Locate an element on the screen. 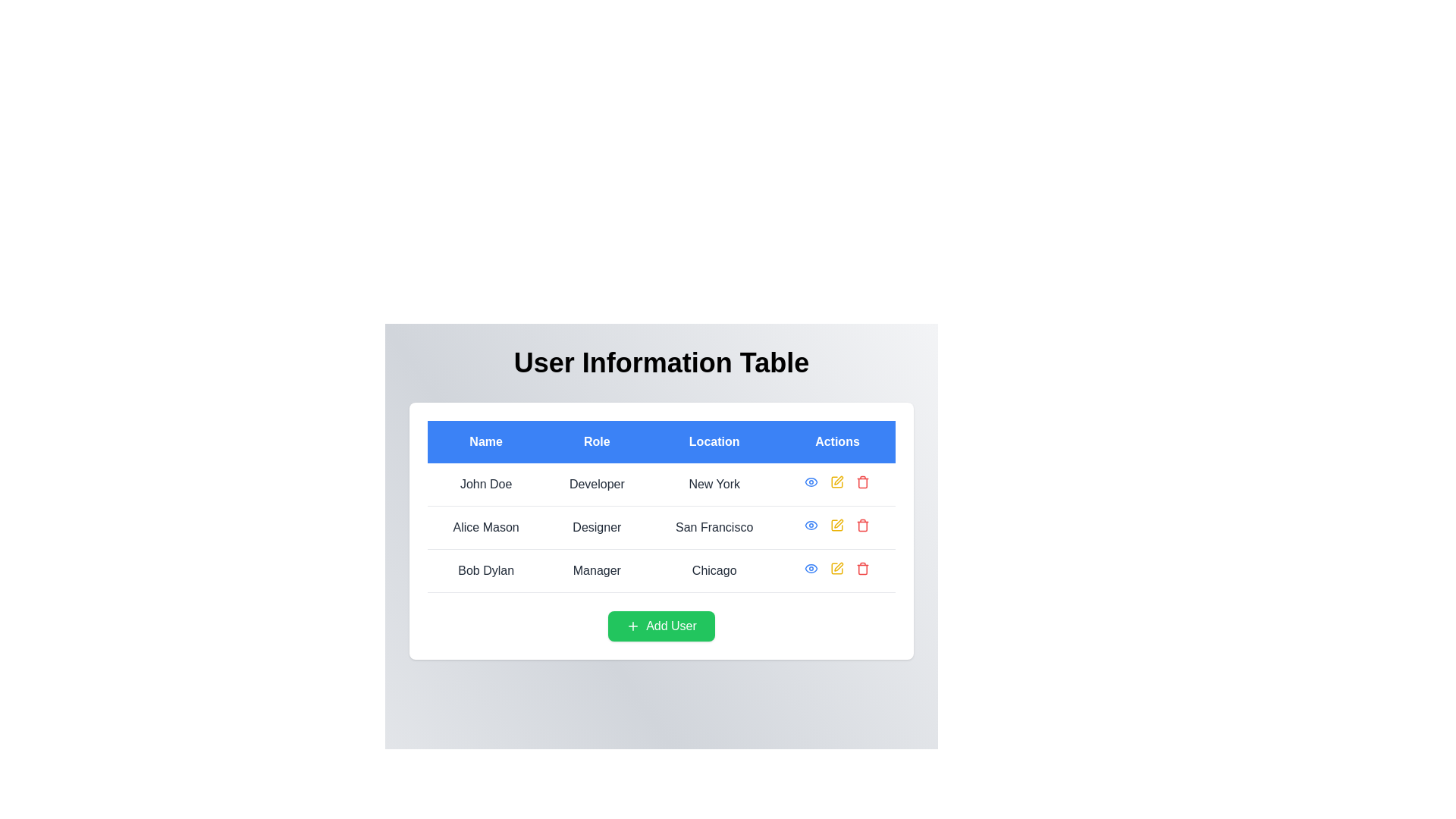  the distinct rectangular button with a bright green background and white text reading 'Add User' is located at coordinates (661, 626).